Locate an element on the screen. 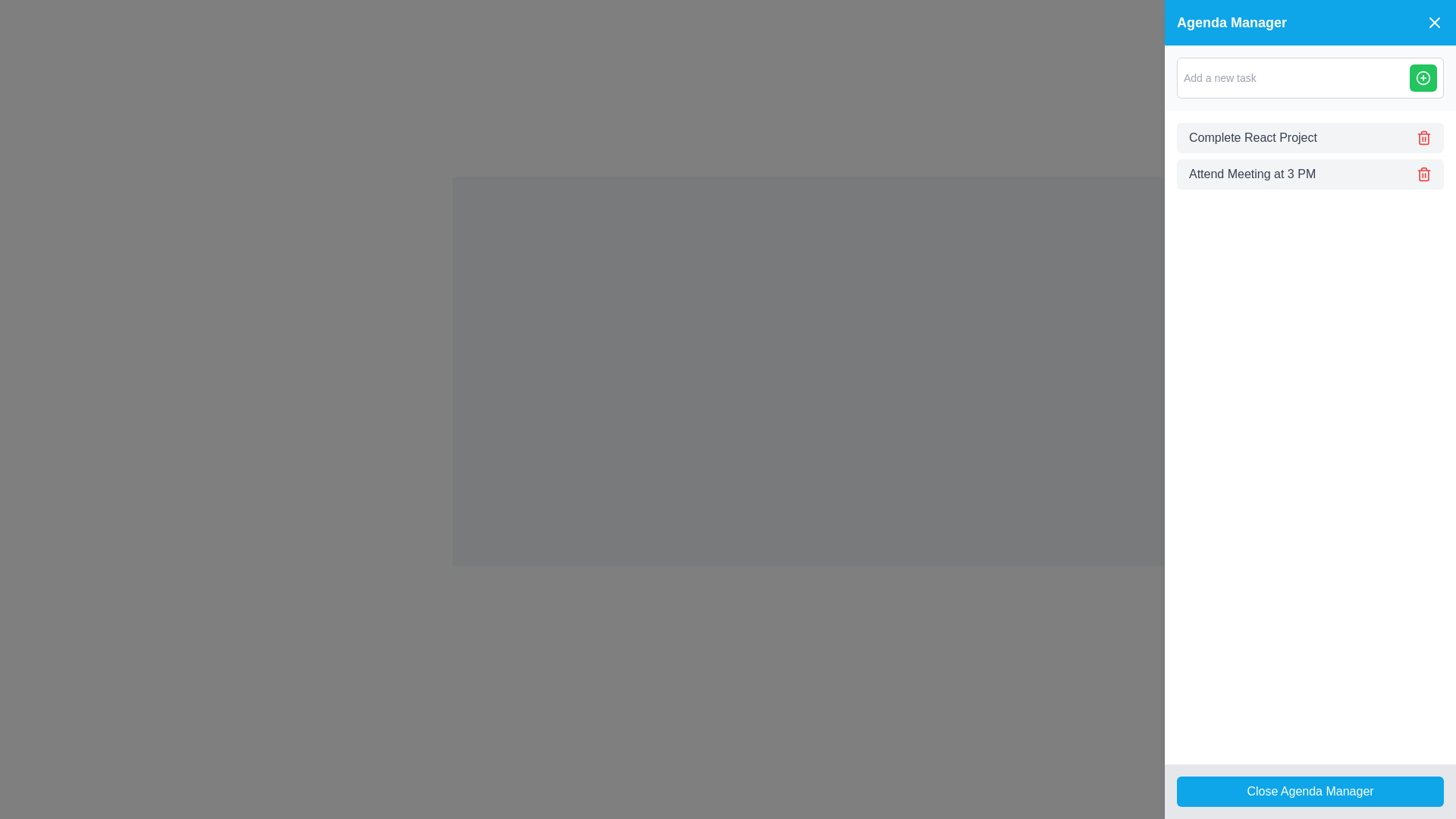  the bright red trash can icon is located at coordinates (1423, 174).